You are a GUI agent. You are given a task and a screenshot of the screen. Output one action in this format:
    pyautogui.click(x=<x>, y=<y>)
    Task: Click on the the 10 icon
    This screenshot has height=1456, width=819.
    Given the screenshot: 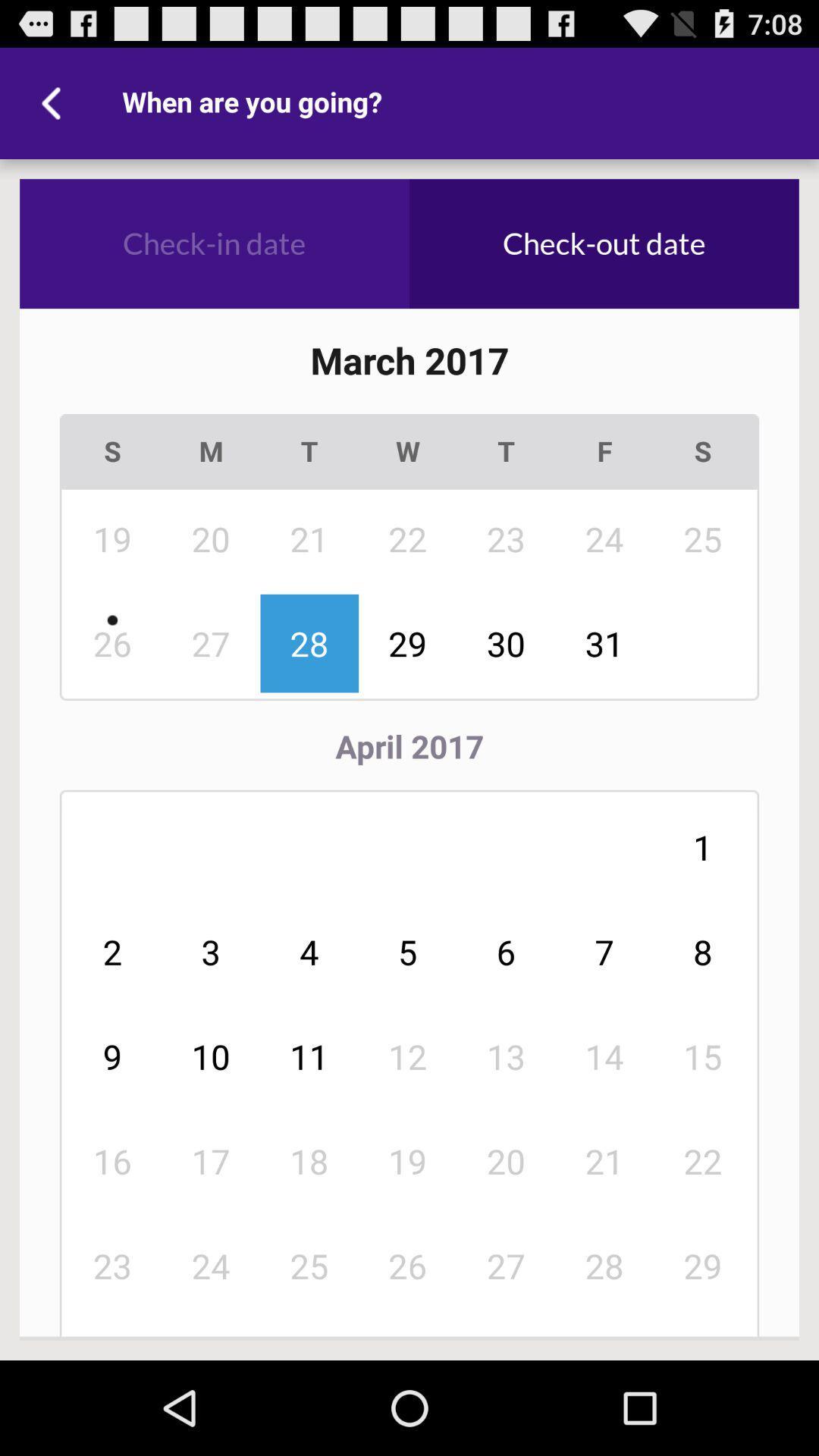 What is the action you would take?
    pyautogui.click(x=211, y=1056)
    